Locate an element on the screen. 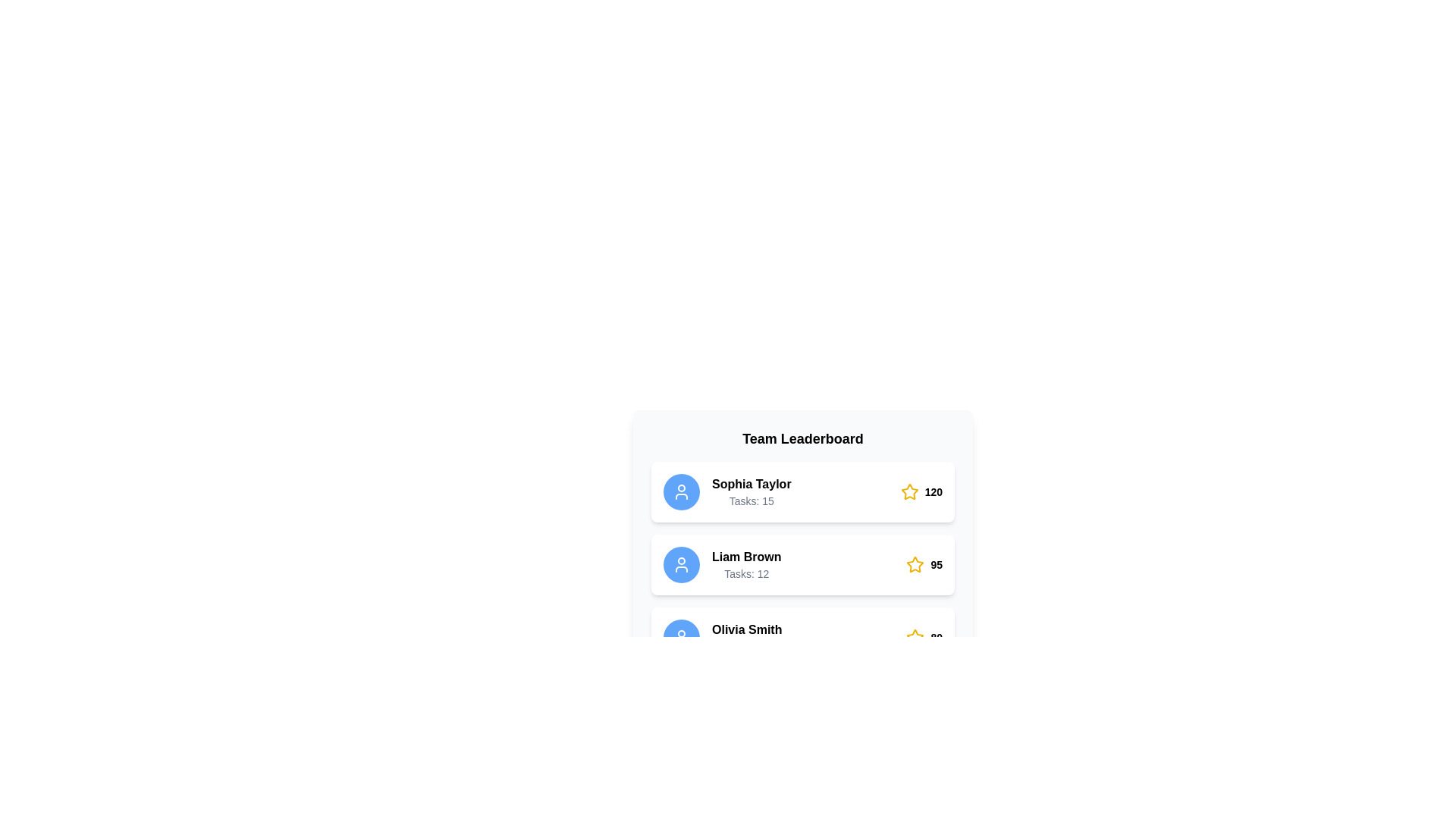 This screenshot has width=1456, height=819. displayed name from the static text label in the third row of the leaderboard under 'Team Leaderboard', which serves as a user identifier is located at coordinates (747, 629).